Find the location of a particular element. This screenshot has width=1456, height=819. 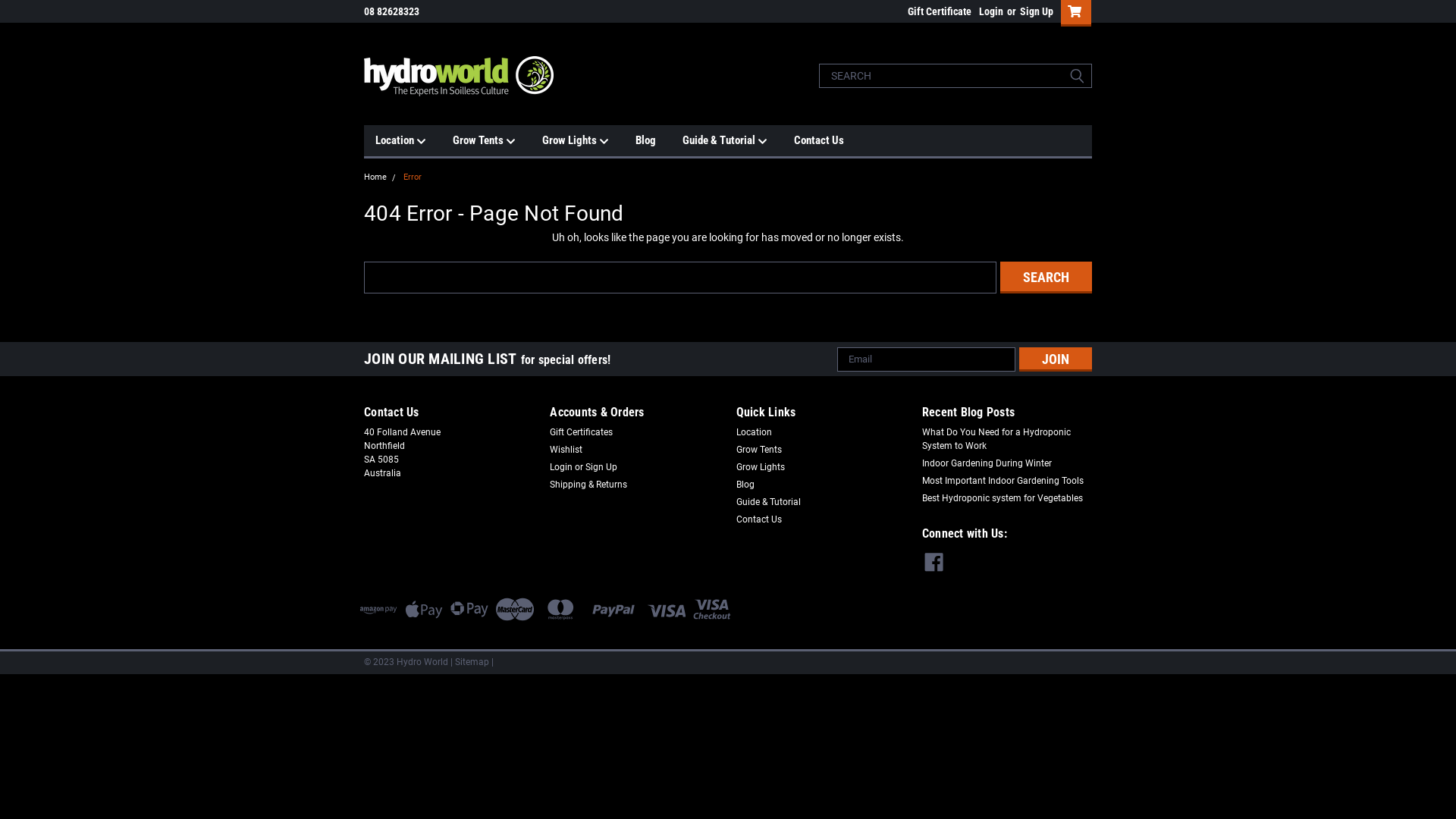

'Hydro World' is located at coordinates (457, 76).